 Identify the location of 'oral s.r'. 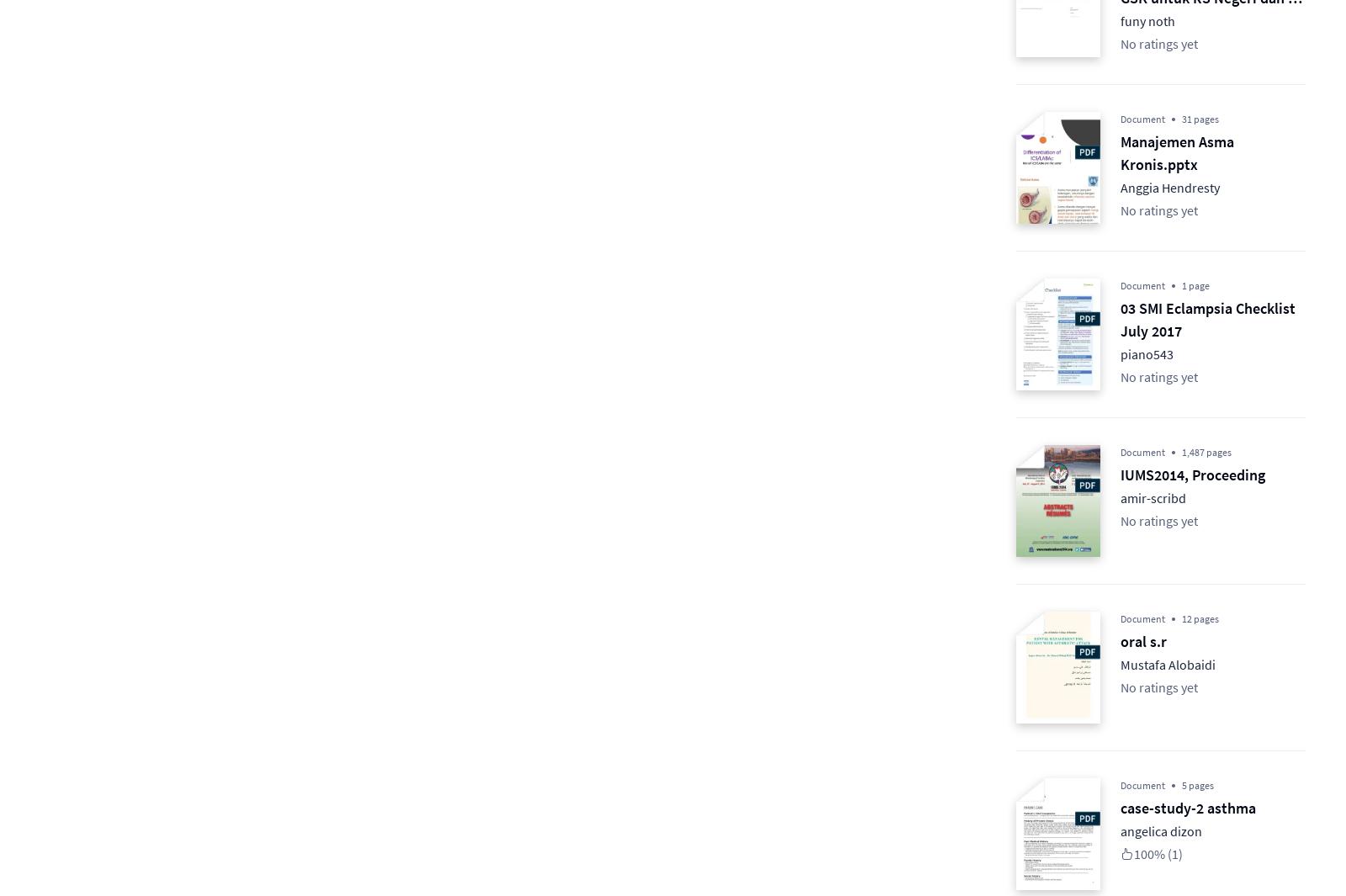
(1120, 641).